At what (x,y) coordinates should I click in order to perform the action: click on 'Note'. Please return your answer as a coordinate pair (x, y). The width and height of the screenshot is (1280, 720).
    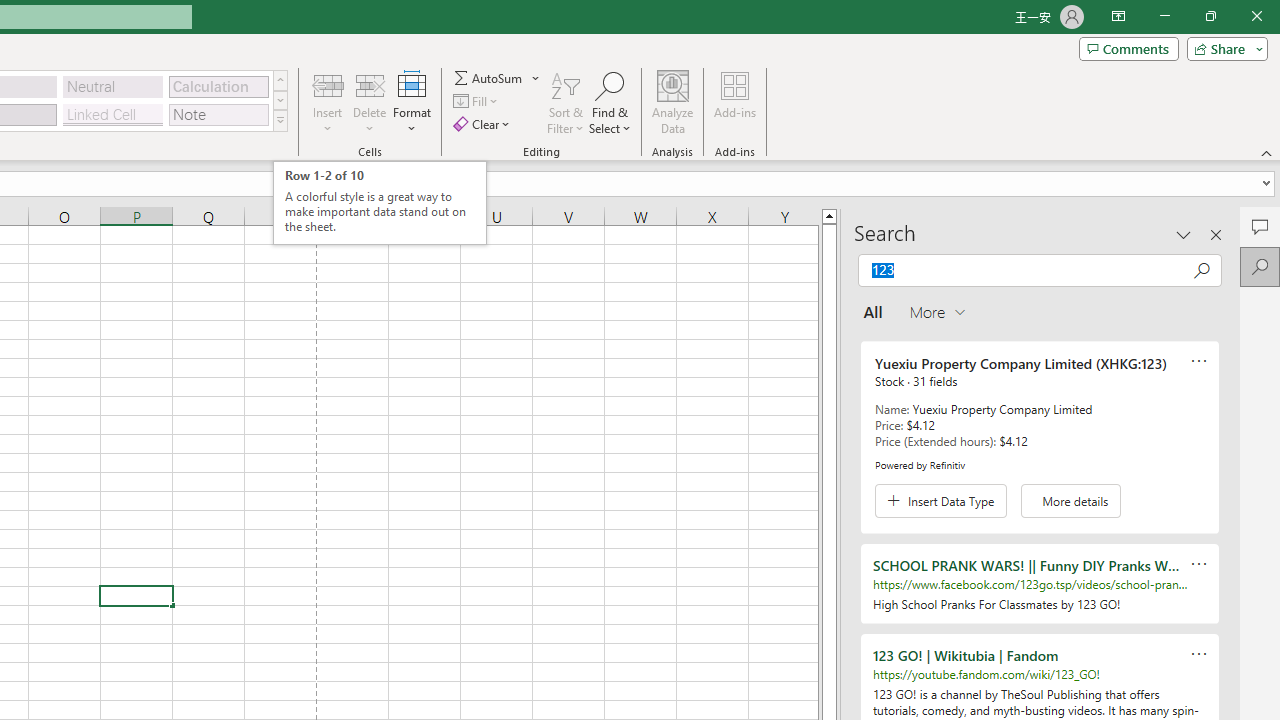
    Looking at the image, I should click on (218, 114).